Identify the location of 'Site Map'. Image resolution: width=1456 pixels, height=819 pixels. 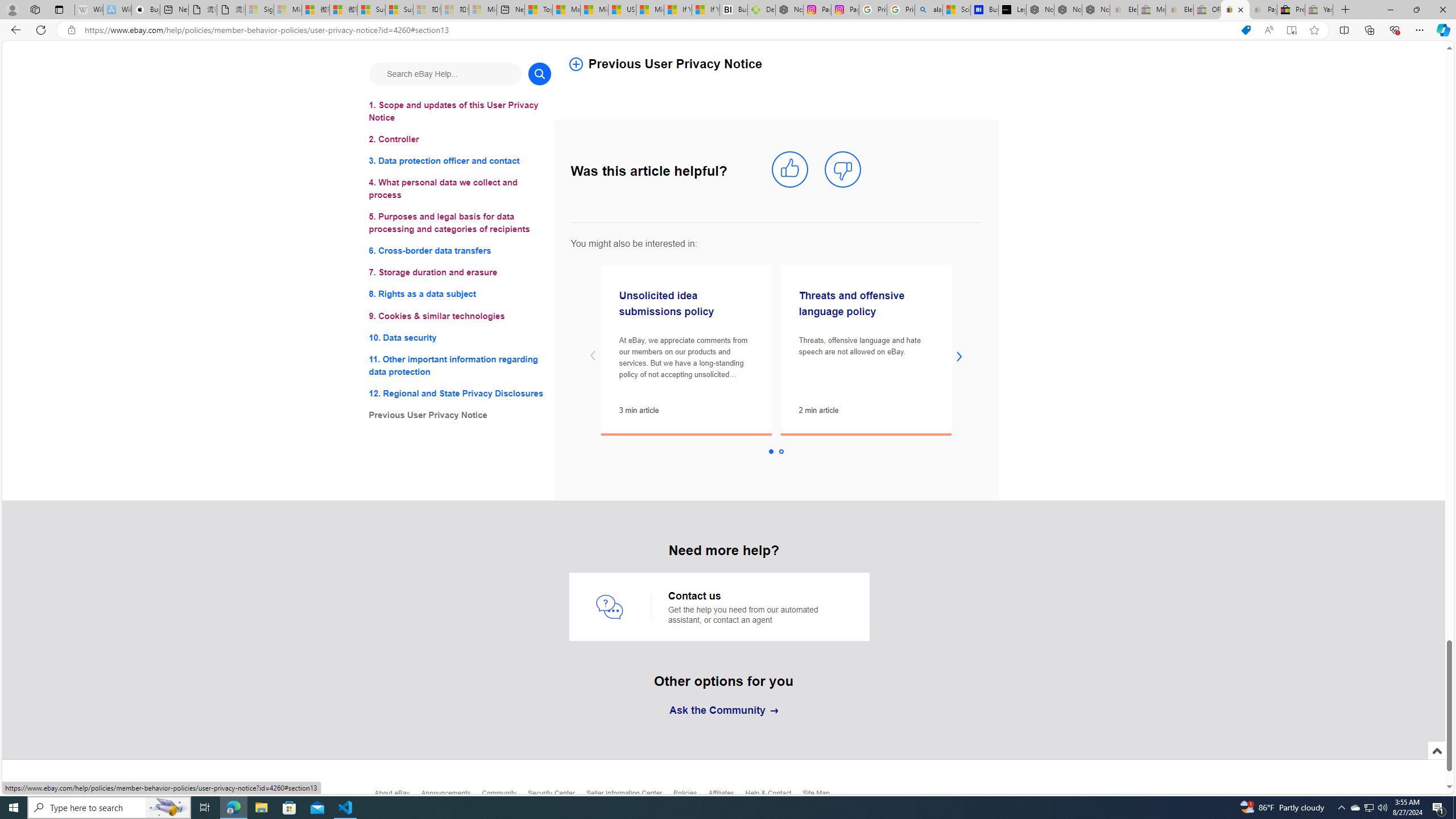
(821, 797).